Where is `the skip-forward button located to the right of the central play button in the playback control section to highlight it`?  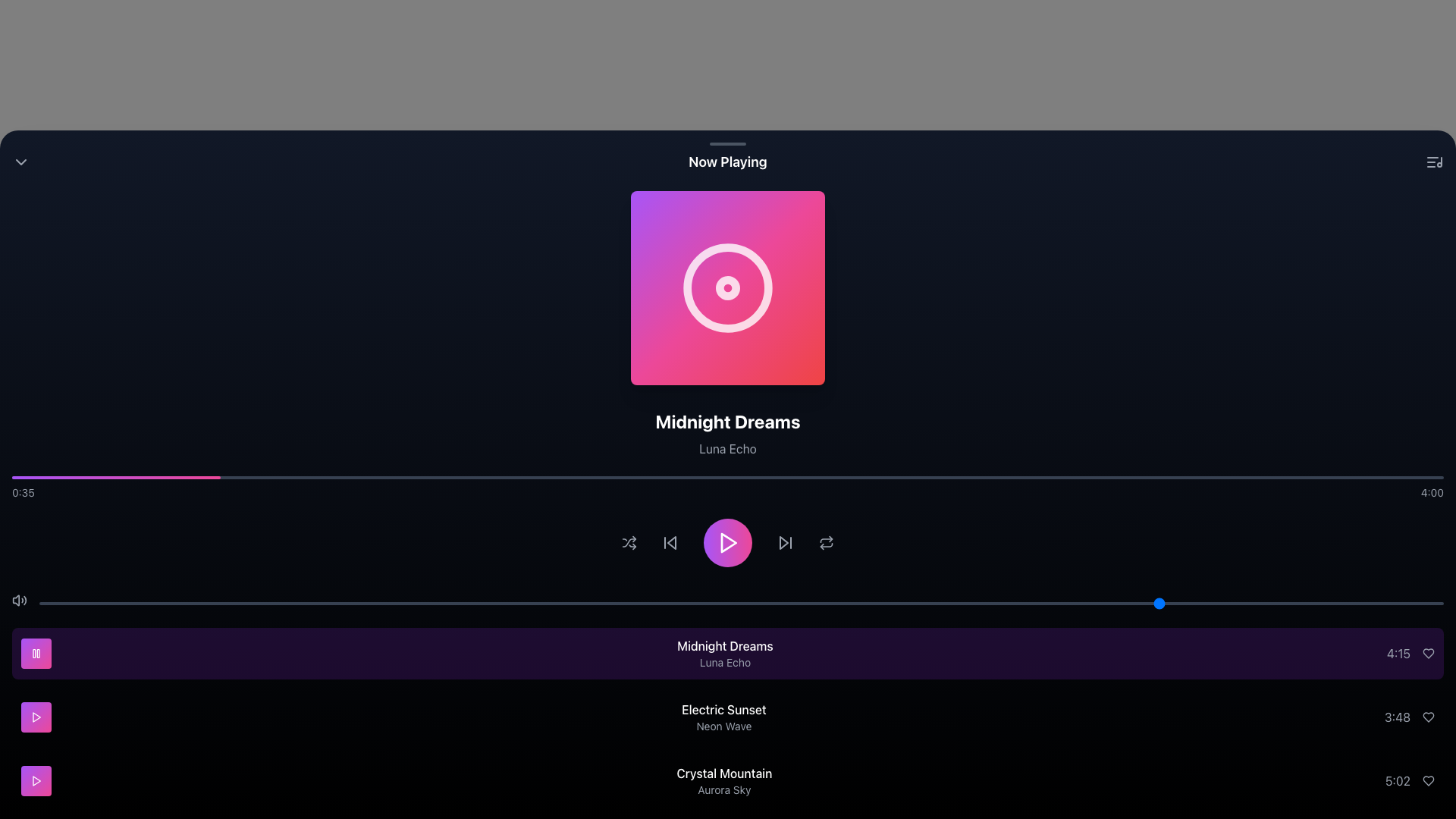
the skip-forward button located to the right of the central play button in the playback control section to highlight it is located at coordinates (783, 542).